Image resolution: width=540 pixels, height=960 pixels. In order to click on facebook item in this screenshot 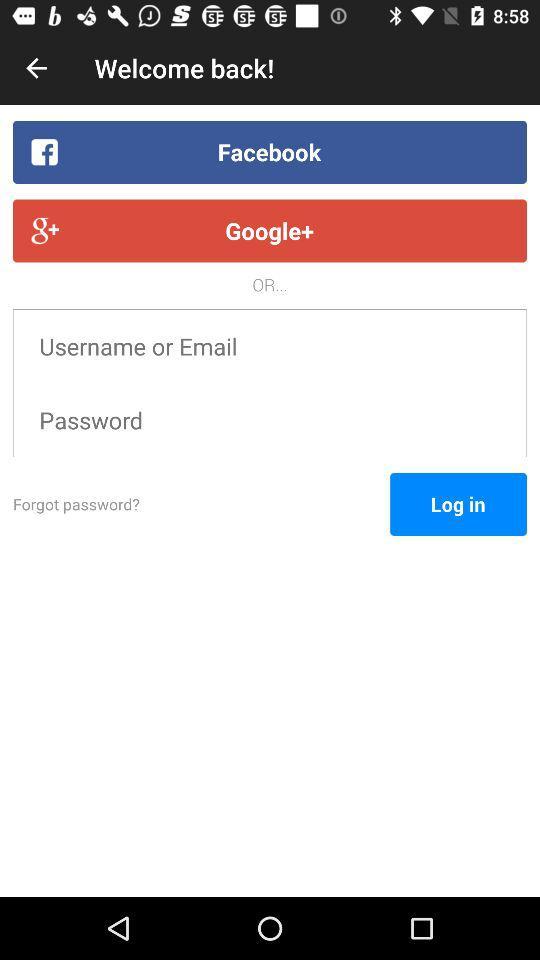, I will do `click(270, 151)`.